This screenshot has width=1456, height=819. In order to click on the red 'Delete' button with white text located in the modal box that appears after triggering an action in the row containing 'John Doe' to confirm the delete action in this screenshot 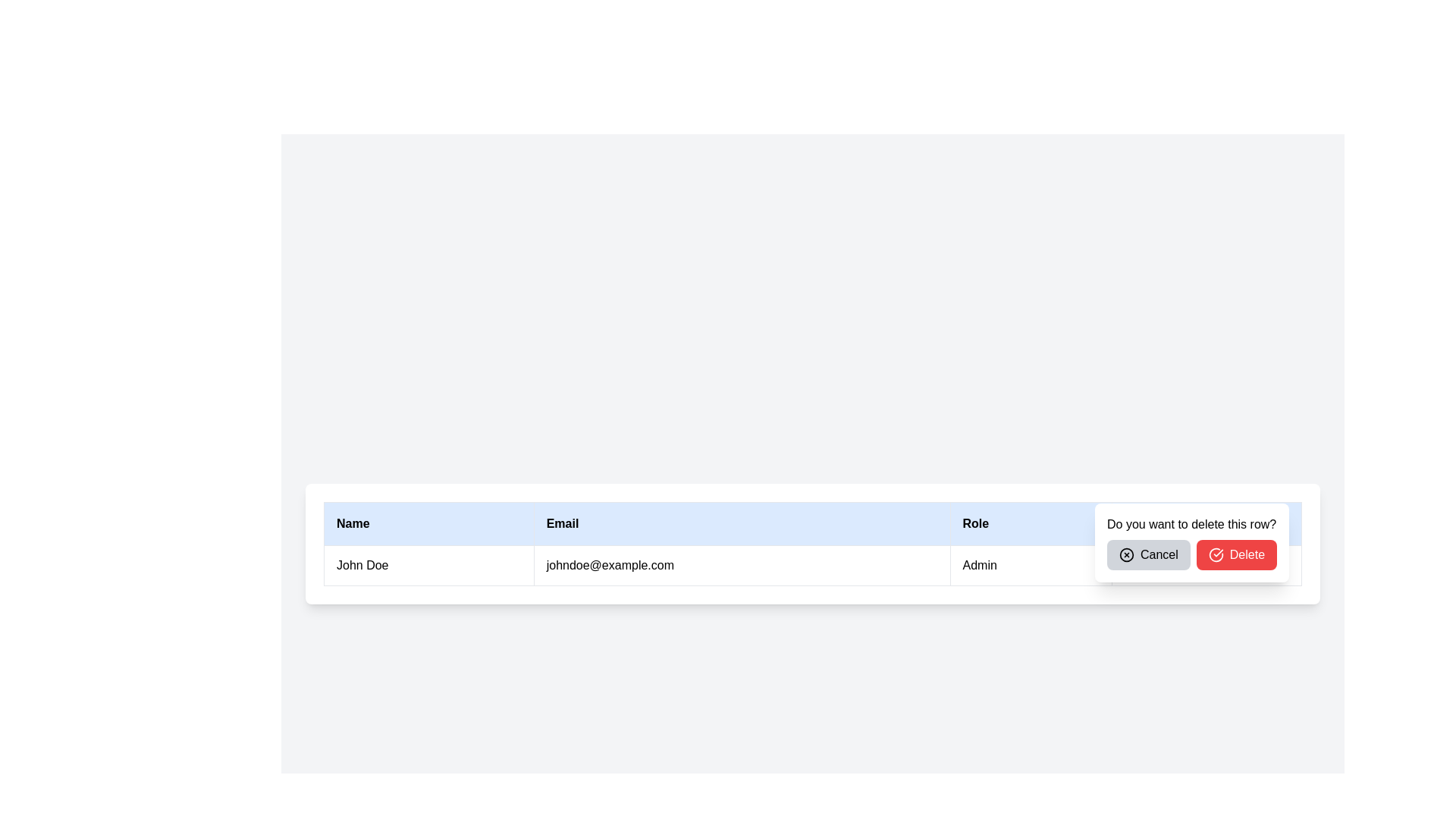, I will do `click(1206, 565)`.